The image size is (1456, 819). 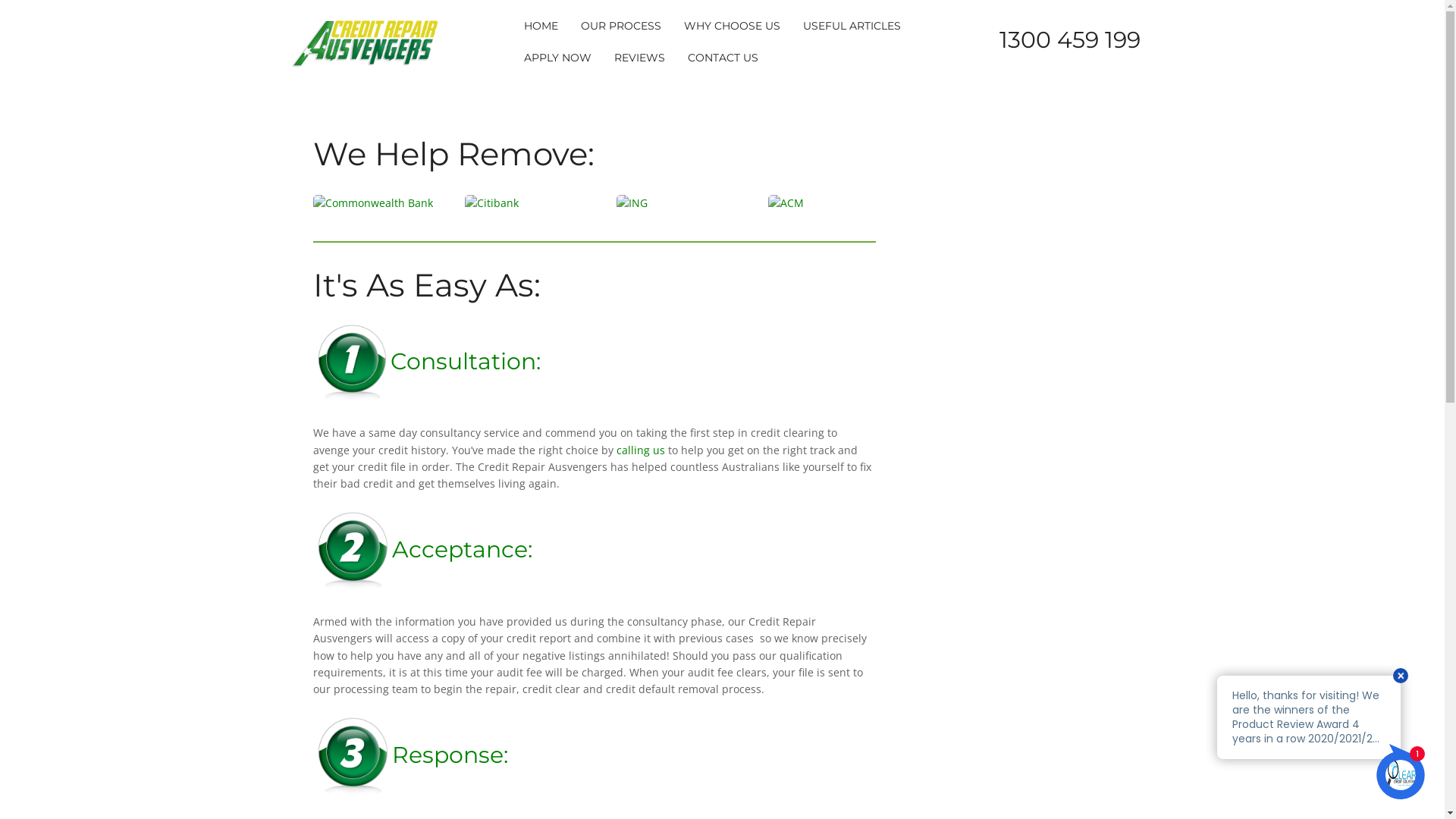 I want to click on 'ING', so click(x=679, y=202).